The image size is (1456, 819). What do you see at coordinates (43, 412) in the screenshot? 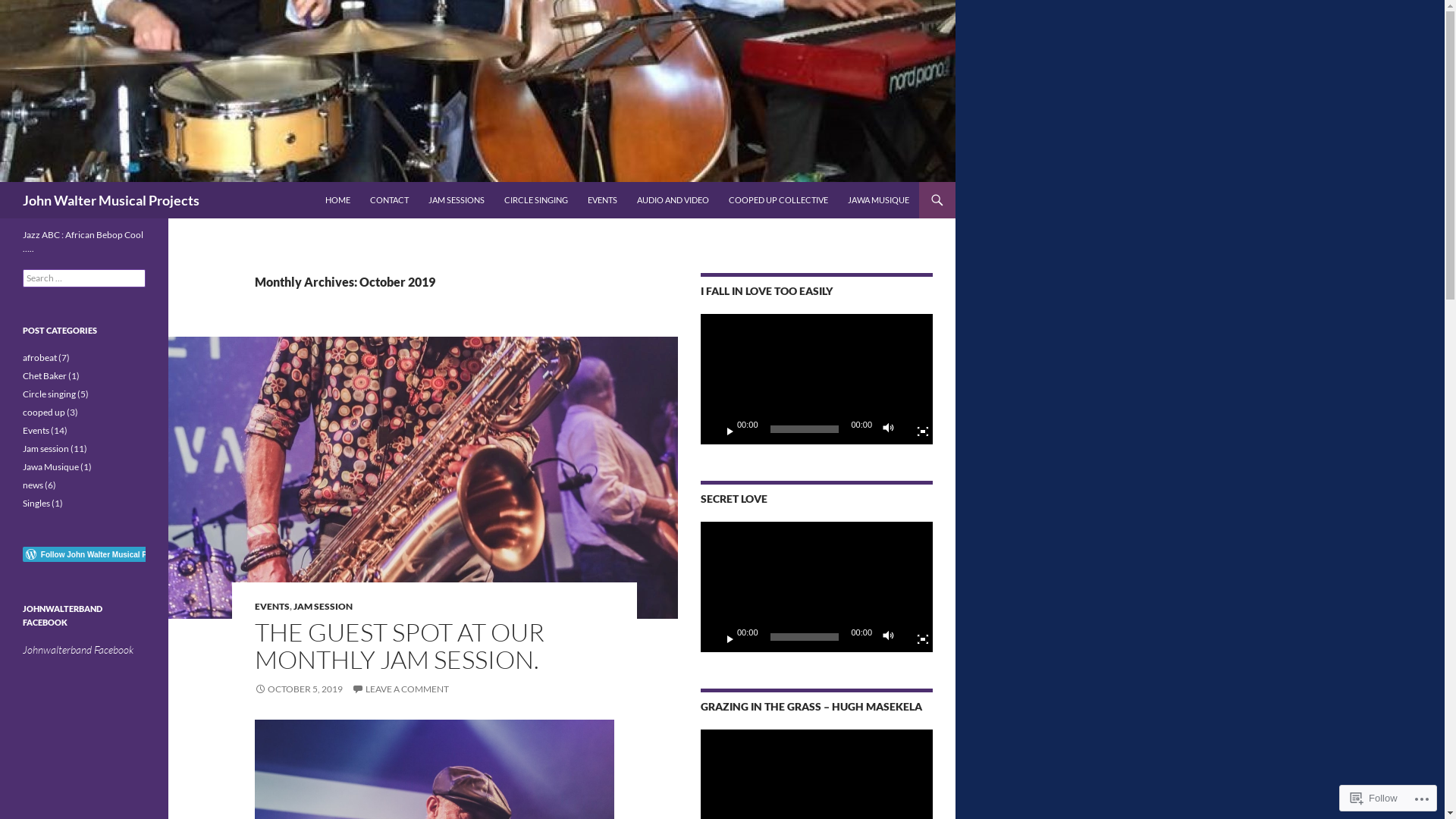
I see `'cooped up'` at bounding box center [43, 412].